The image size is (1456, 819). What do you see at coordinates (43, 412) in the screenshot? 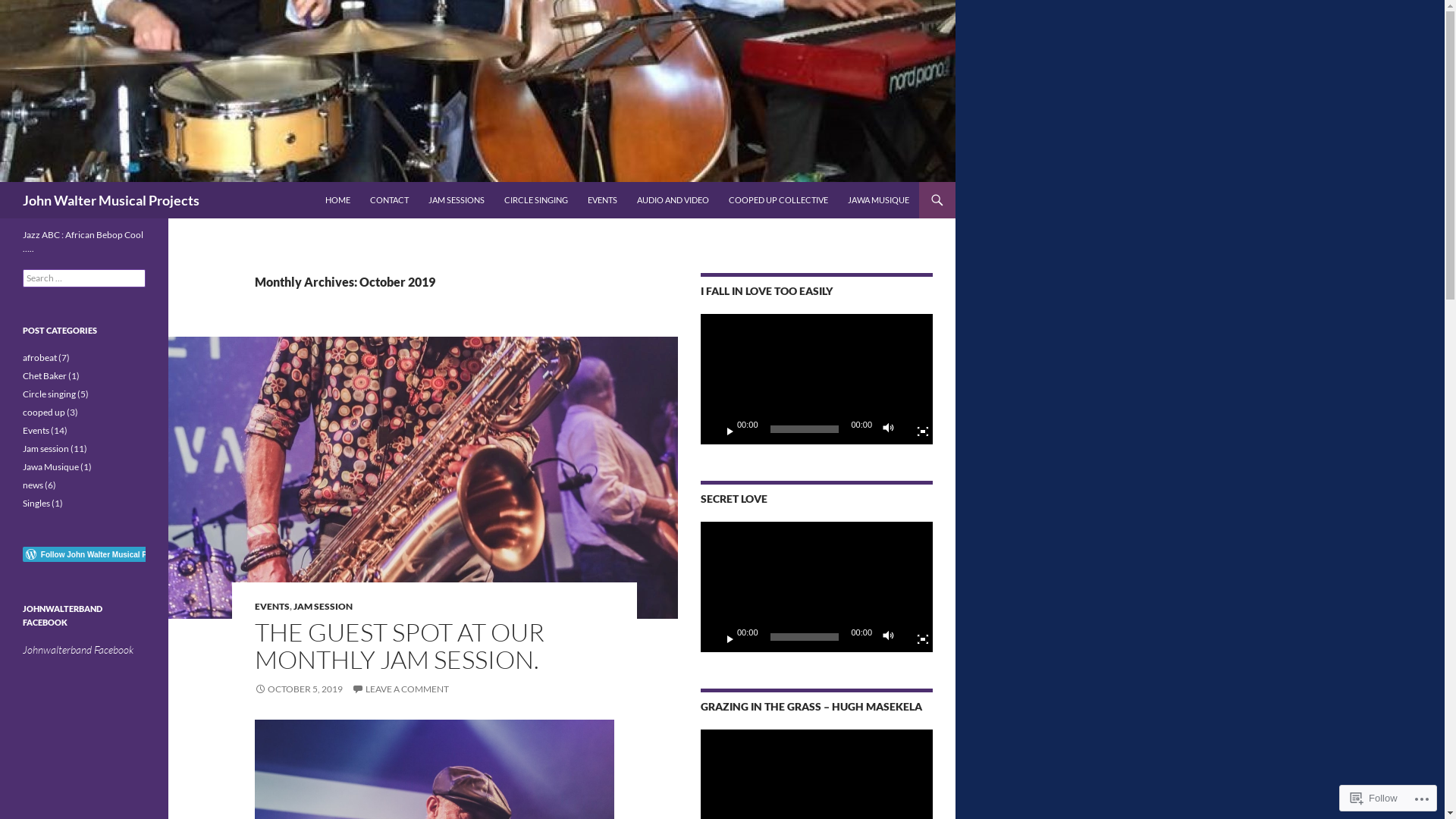
I see `'cooped up'` at bounding box center [43, 412].